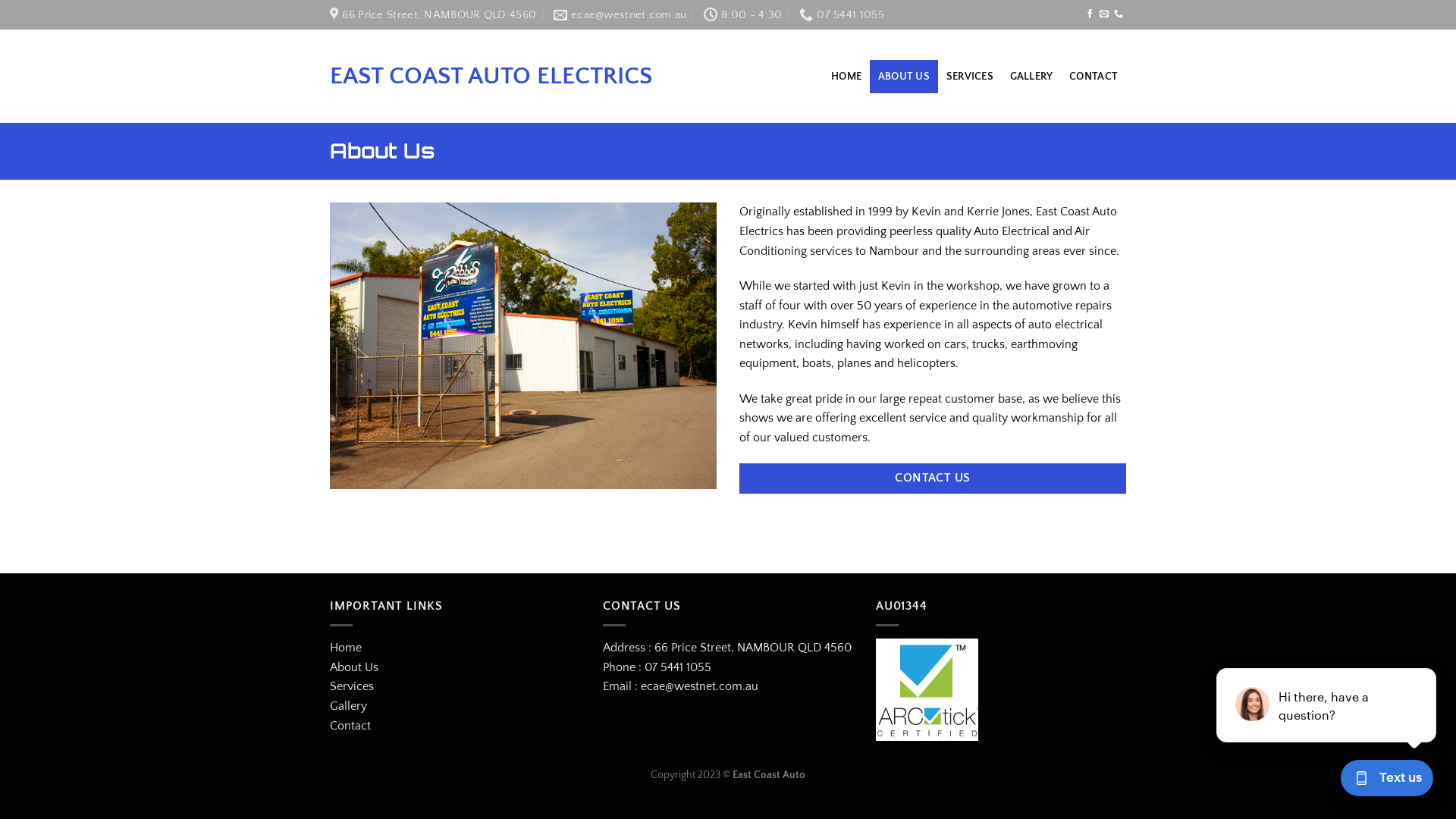 Image resolution: width=1456 pixels, height=819 pixels. Describe the element at coordinates (347, 707) in the screenshot. I see `'Gallery'` at that location.